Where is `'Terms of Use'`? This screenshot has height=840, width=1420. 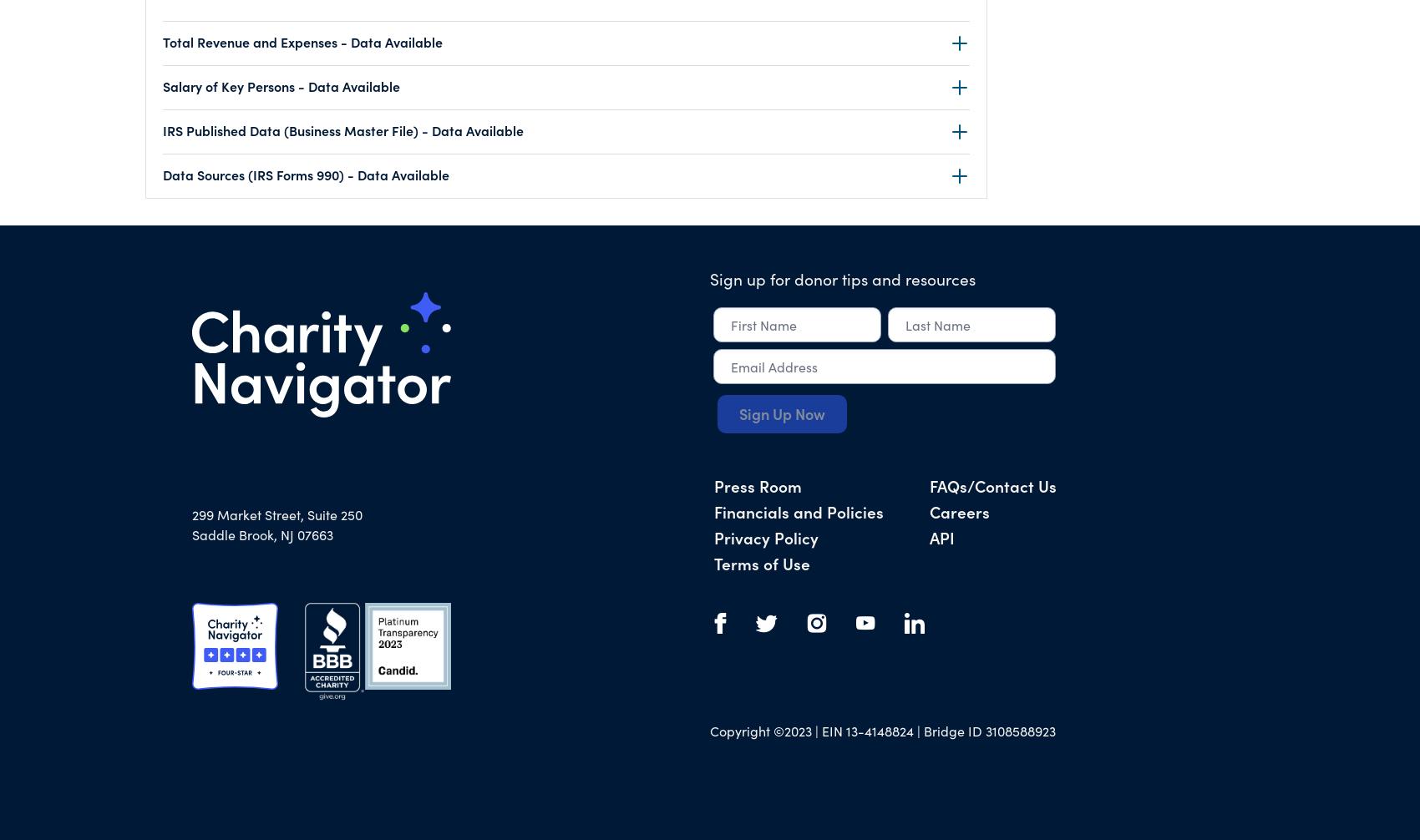
'Terms of Use' is located at coordinates (761, 563).